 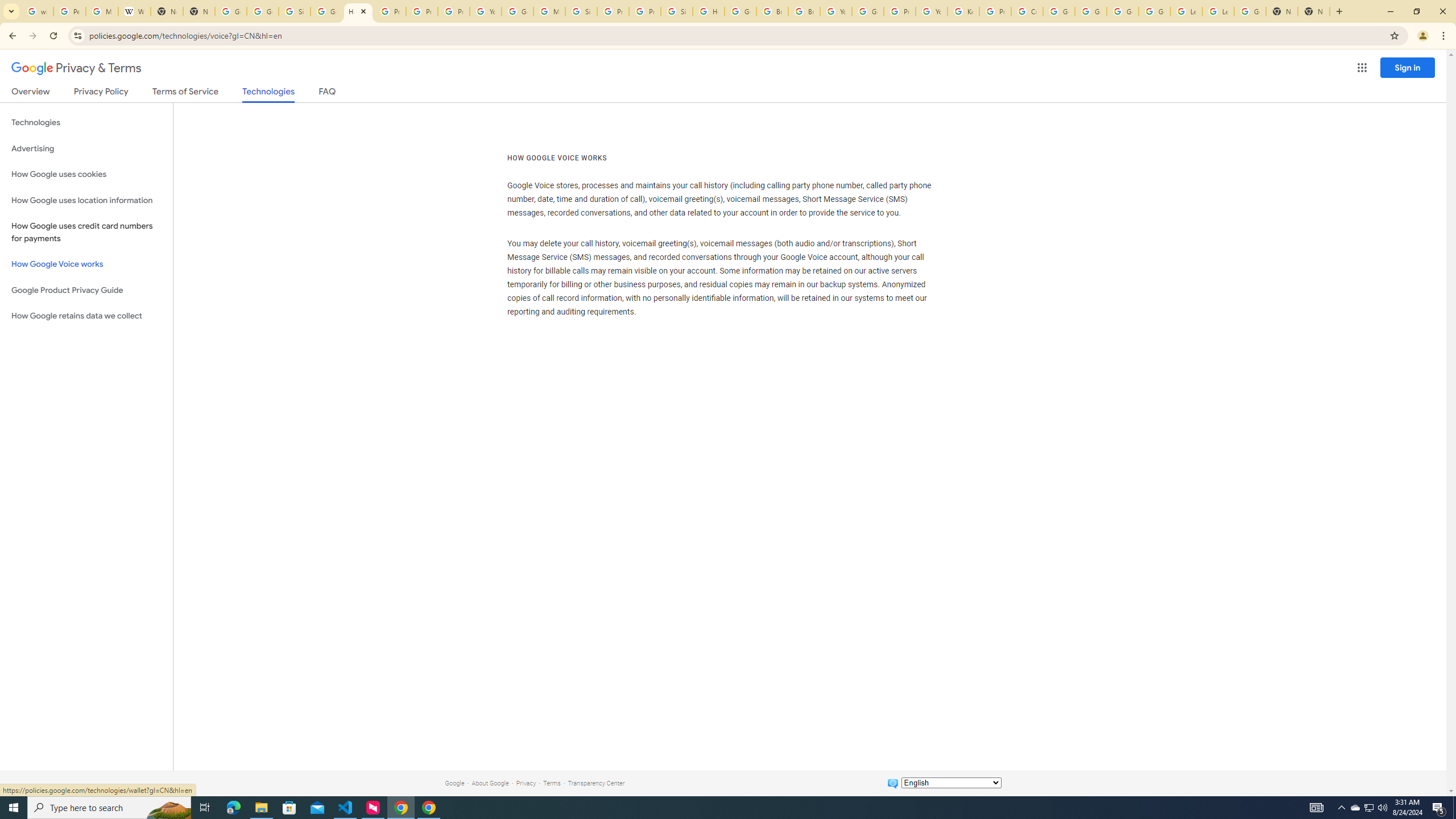 I want to click on 'New Tab', so click(x=1314, y=11).